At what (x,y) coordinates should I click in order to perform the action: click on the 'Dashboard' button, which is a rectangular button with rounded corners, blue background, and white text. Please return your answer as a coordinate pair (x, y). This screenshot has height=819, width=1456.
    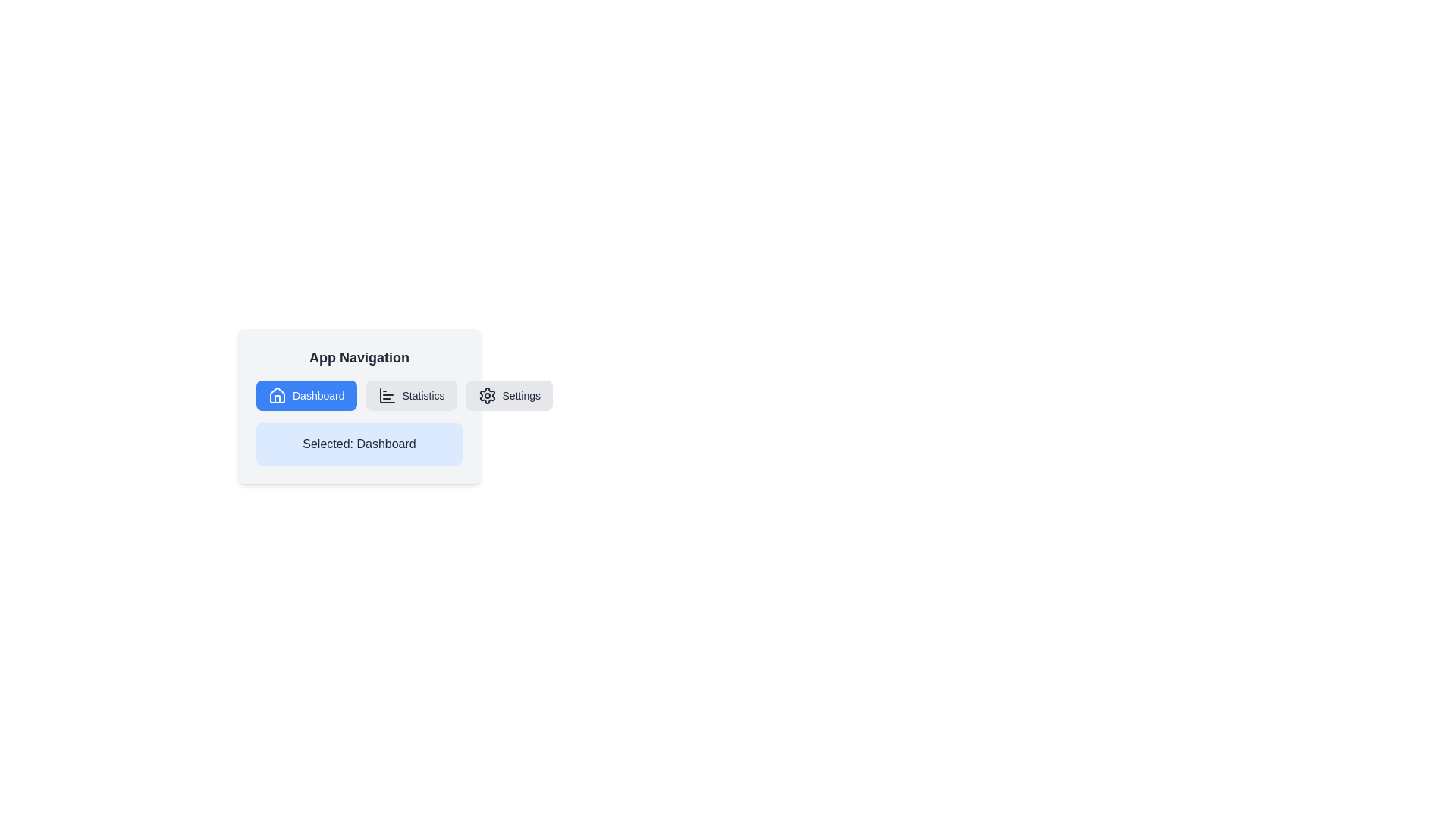
    Looking at the image, I should click on (306, 394).